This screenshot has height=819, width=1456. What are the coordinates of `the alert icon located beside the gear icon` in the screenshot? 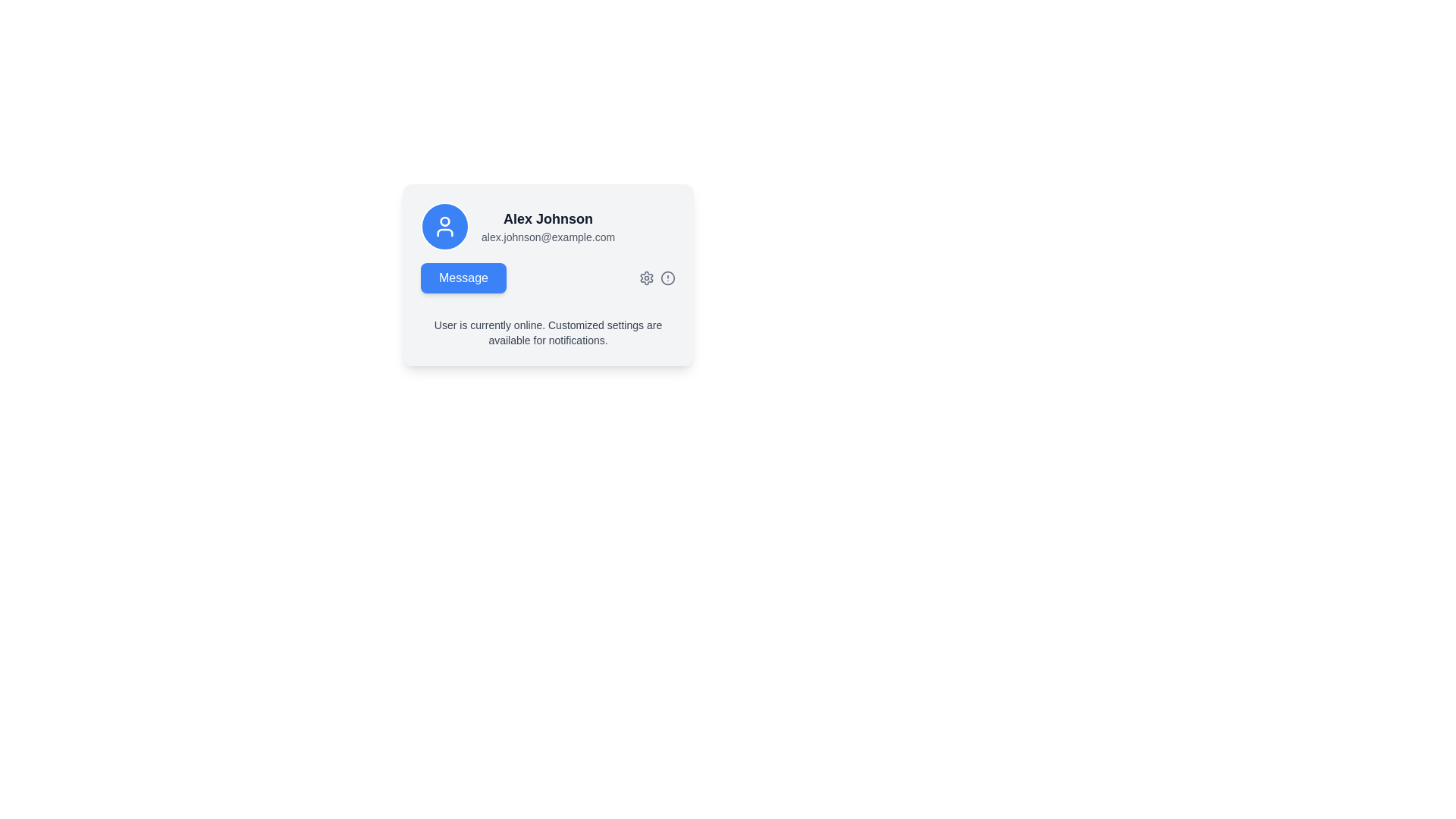 It's located at (667, 278).